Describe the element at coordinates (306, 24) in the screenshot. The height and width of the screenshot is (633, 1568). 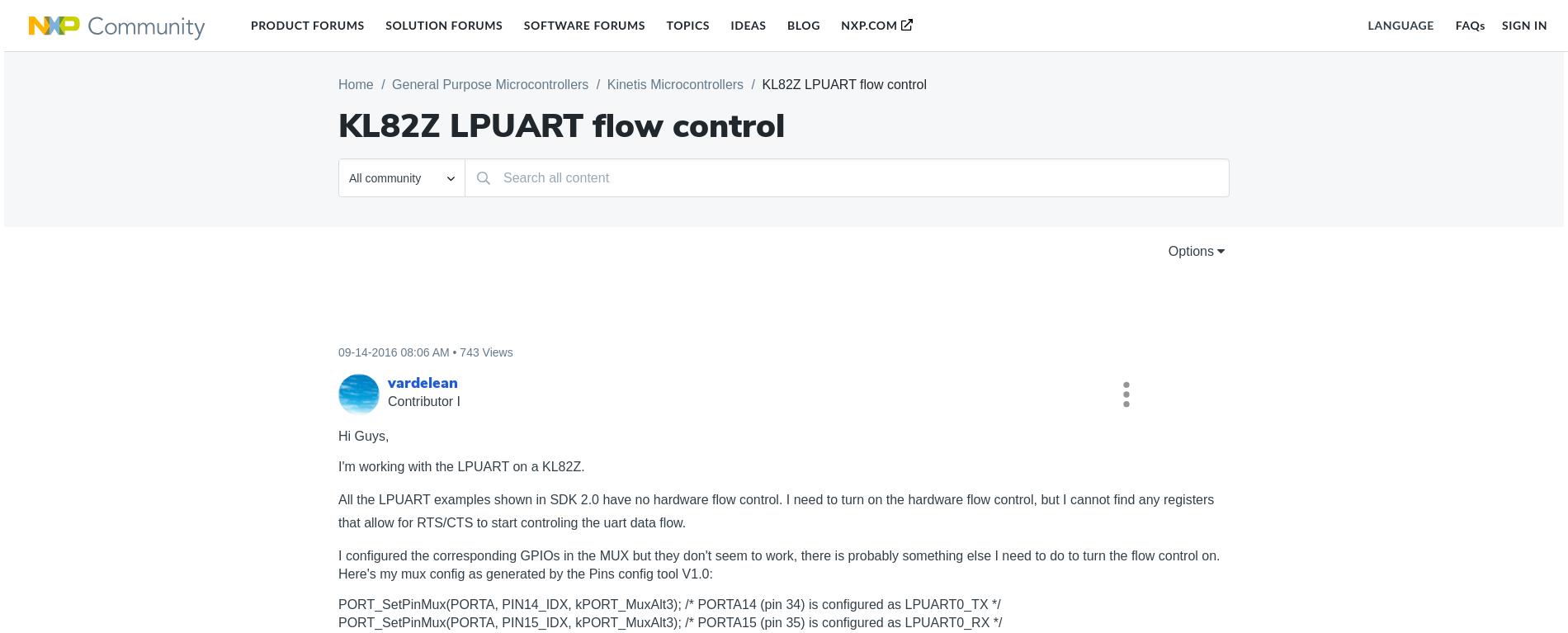
I see `'Product Forums'` at that location.